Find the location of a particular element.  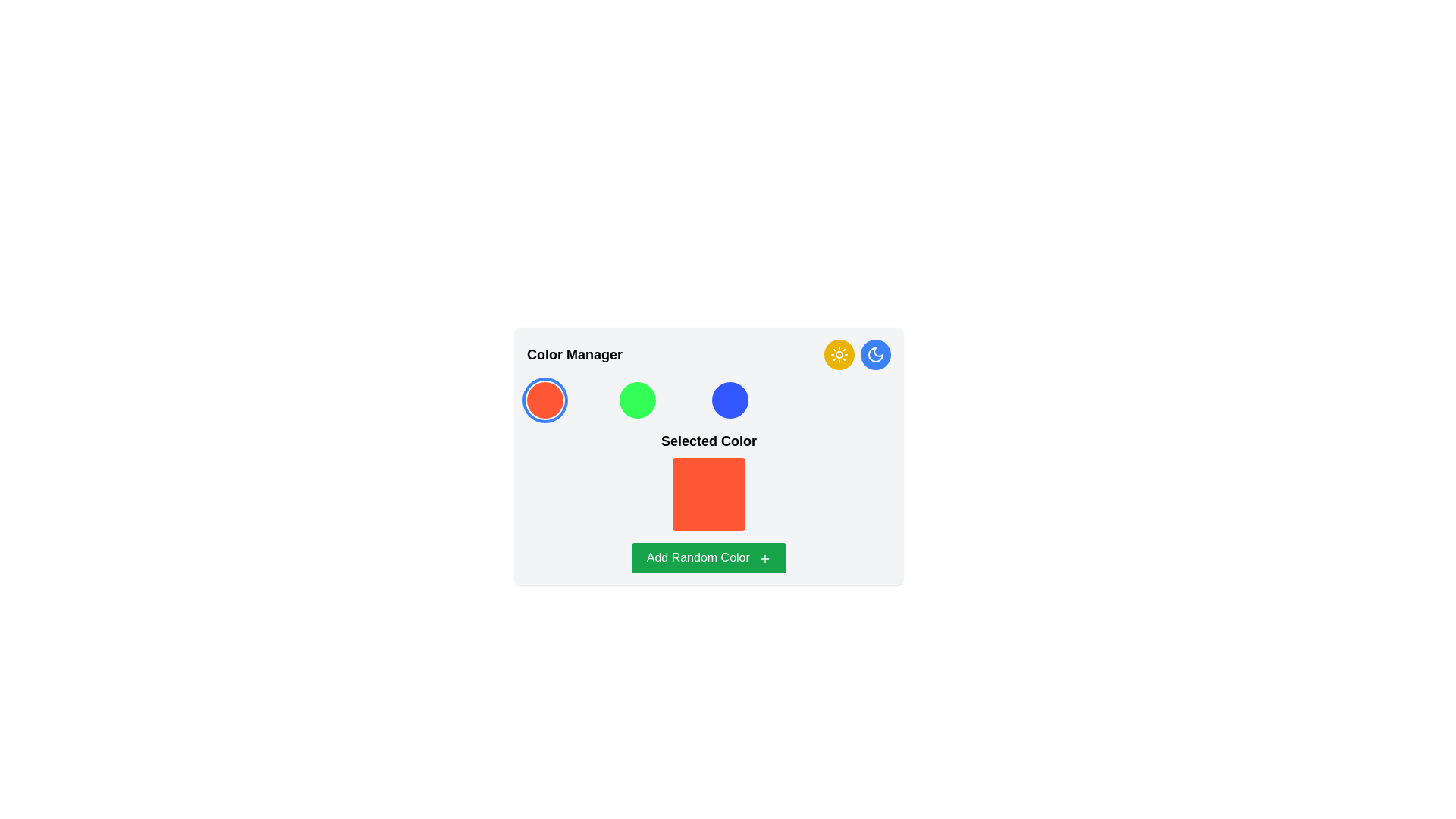

the circular color selector representing the green color option in the color manager interface is located at coordinates (637, 400).